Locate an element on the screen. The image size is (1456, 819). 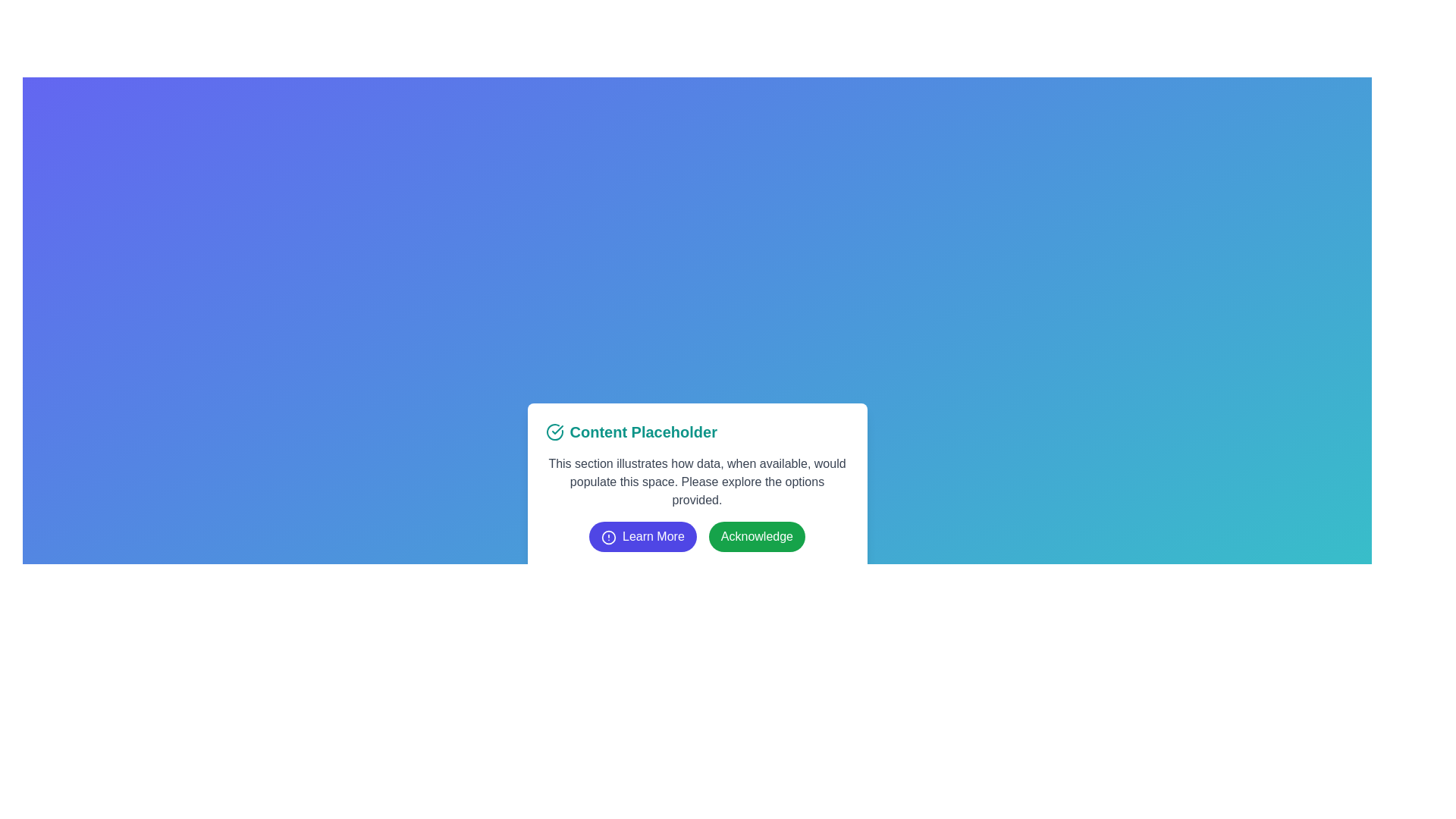
the prominent button located to the left of the 'Acknowledge' button in the lower section of the card component is located at coordinates (642, 536).